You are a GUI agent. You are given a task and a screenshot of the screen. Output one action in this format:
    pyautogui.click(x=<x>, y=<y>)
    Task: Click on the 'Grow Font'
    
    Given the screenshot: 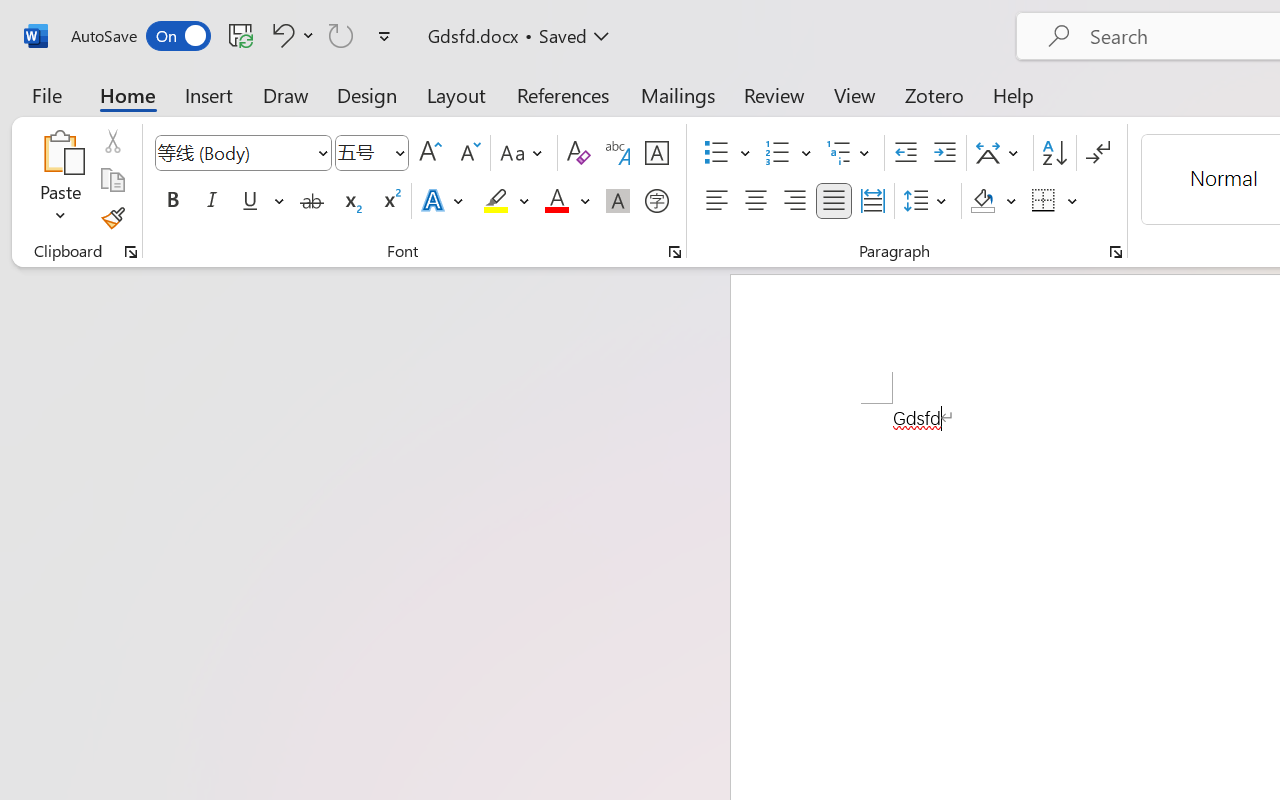 What is the action you would take?
    pyautogui.click(x=429, y=153)
    